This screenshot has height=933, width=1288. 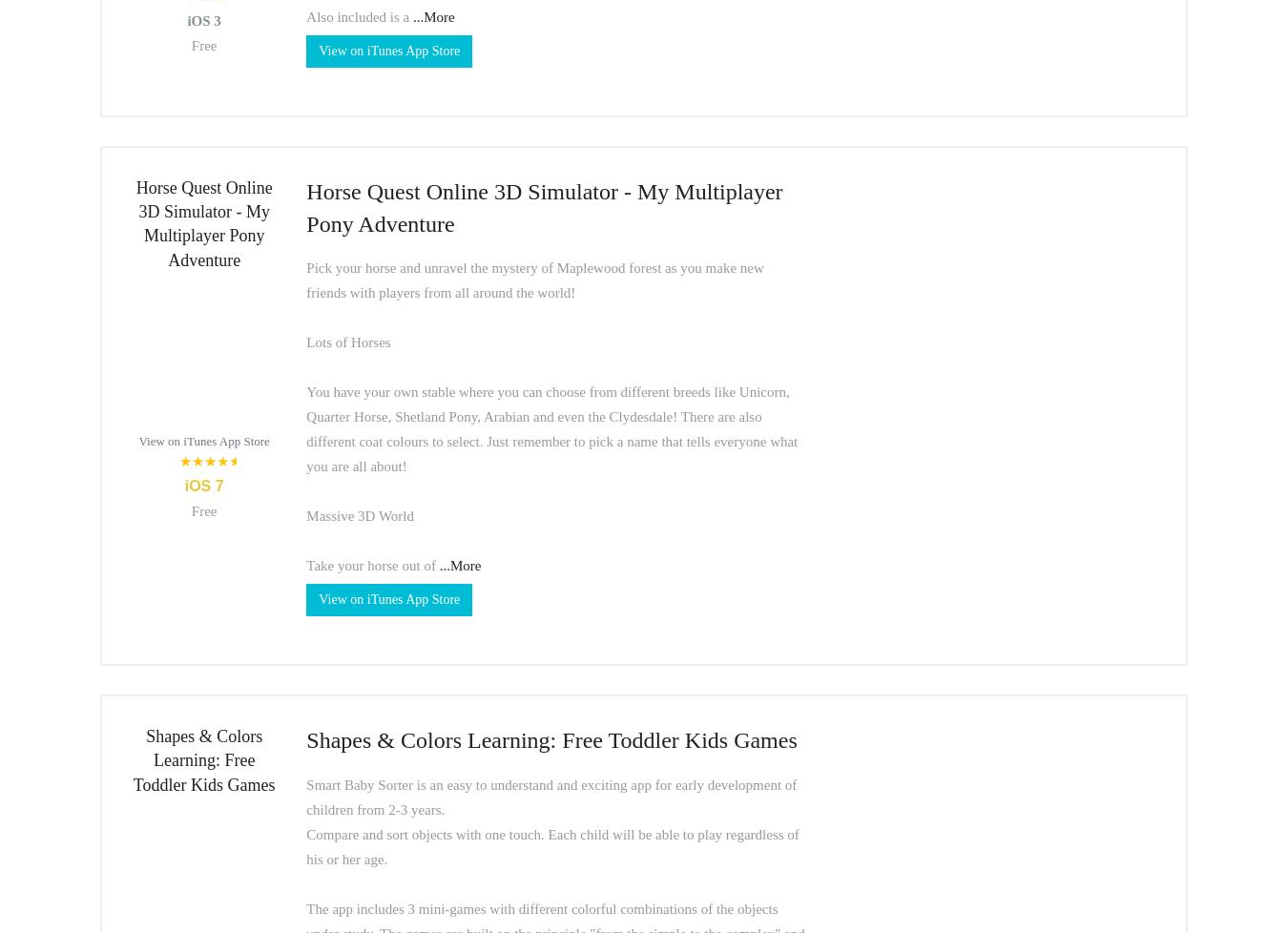 I want to click on 'iOS 7', so click(x=184, y=485).